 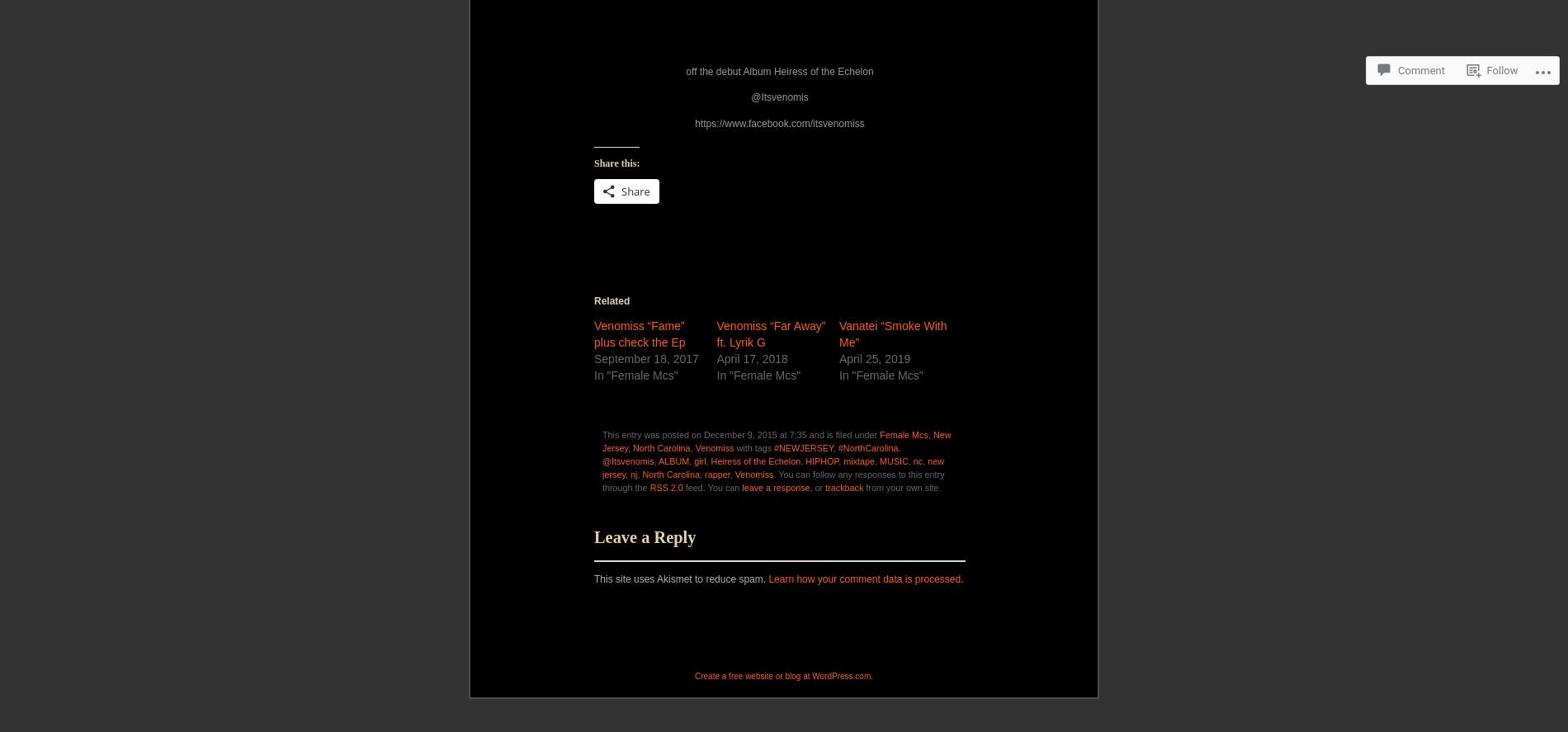 I want to click on 'Learn how your comment data is processed', so click(x=864, y=712).